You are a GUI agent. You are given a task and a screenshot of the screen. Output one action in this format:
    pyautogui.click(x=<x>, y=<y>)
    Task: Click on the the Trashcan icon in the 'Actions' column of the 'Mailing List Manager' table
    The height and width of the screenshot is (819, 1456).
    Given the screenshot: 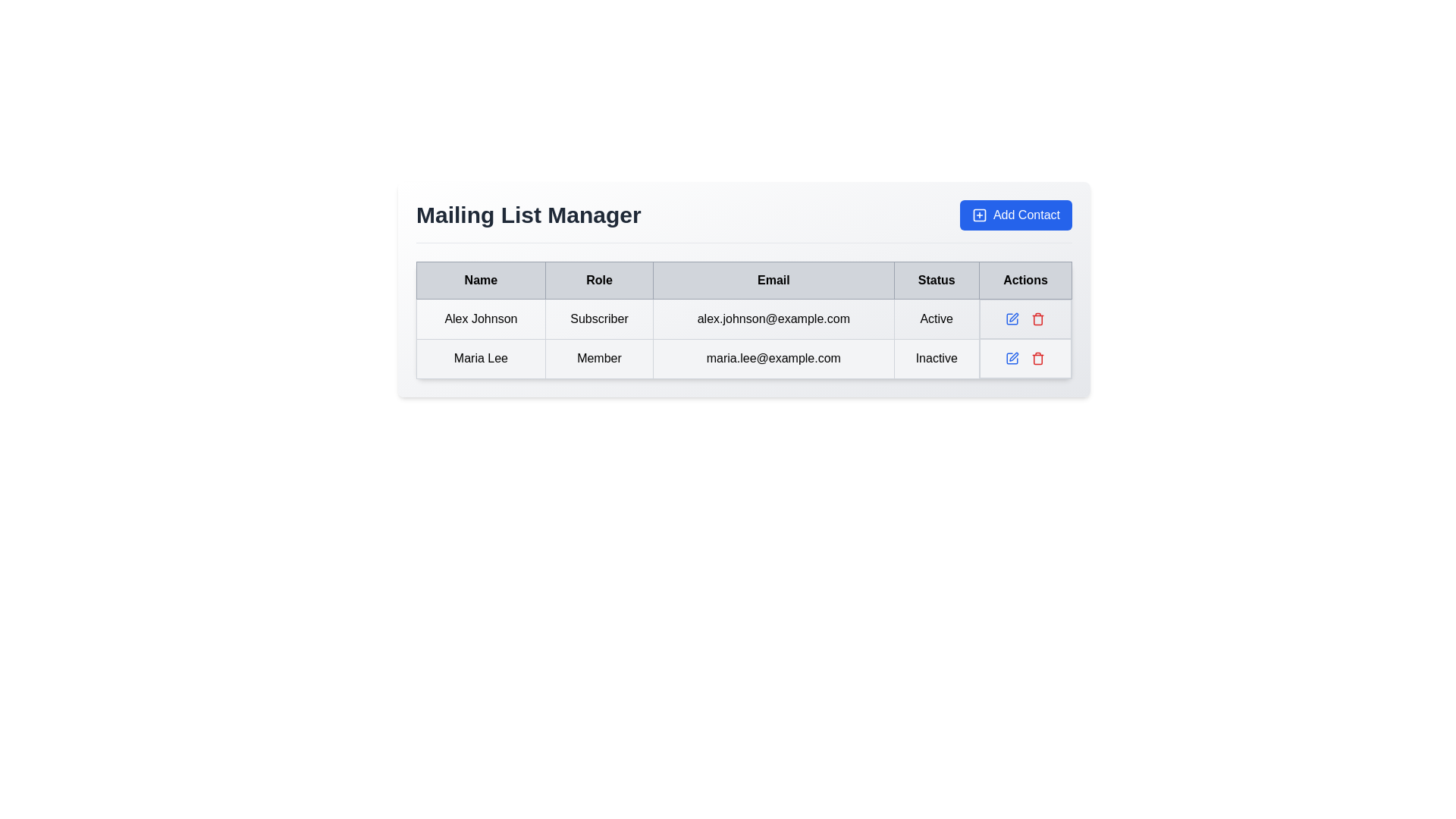 What is the action you would take?
    pyautogui.click(x=1037, y=359)
    